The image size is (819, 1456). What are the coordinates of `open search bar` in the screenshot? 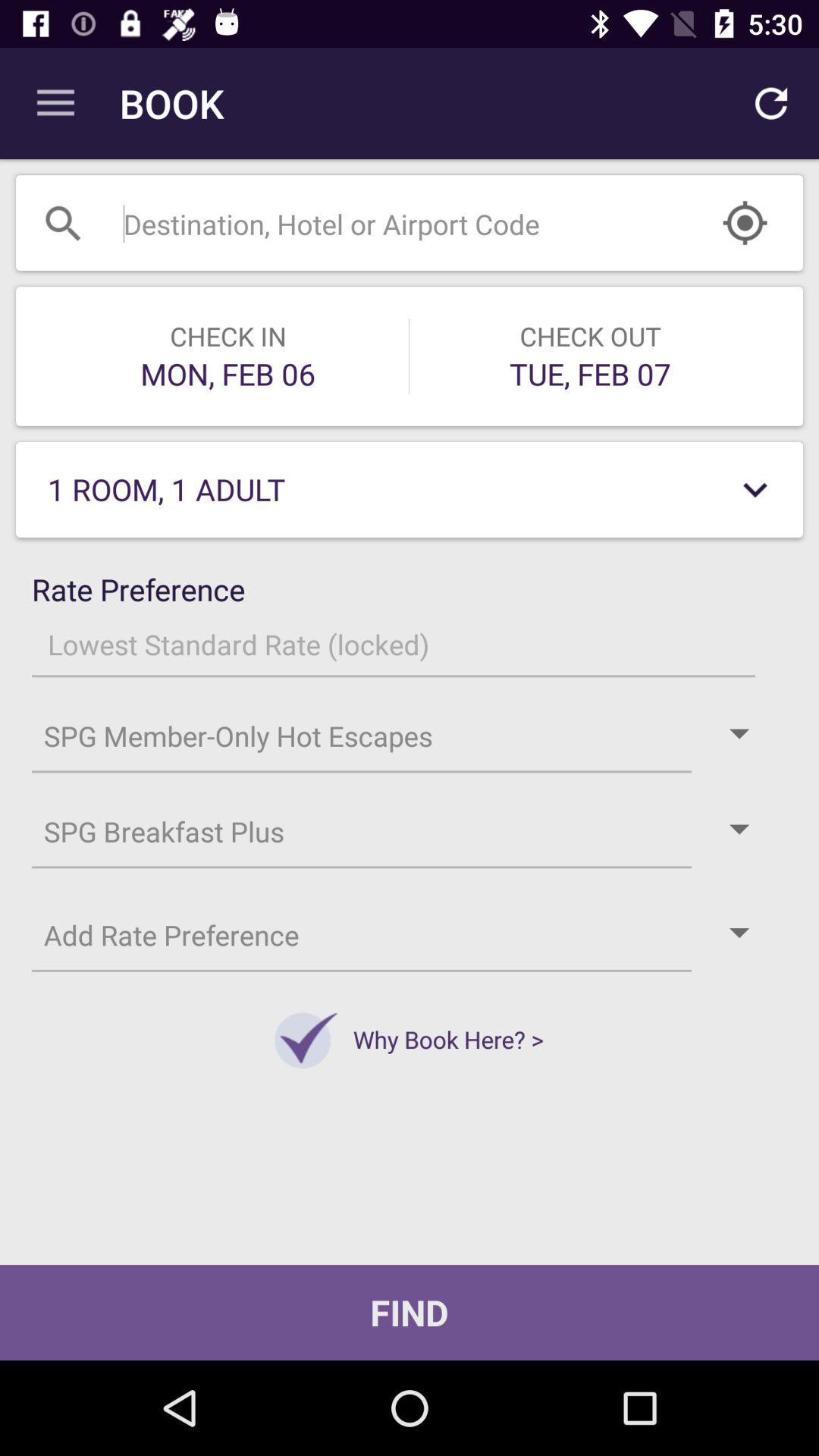 It's located at (371, 221).